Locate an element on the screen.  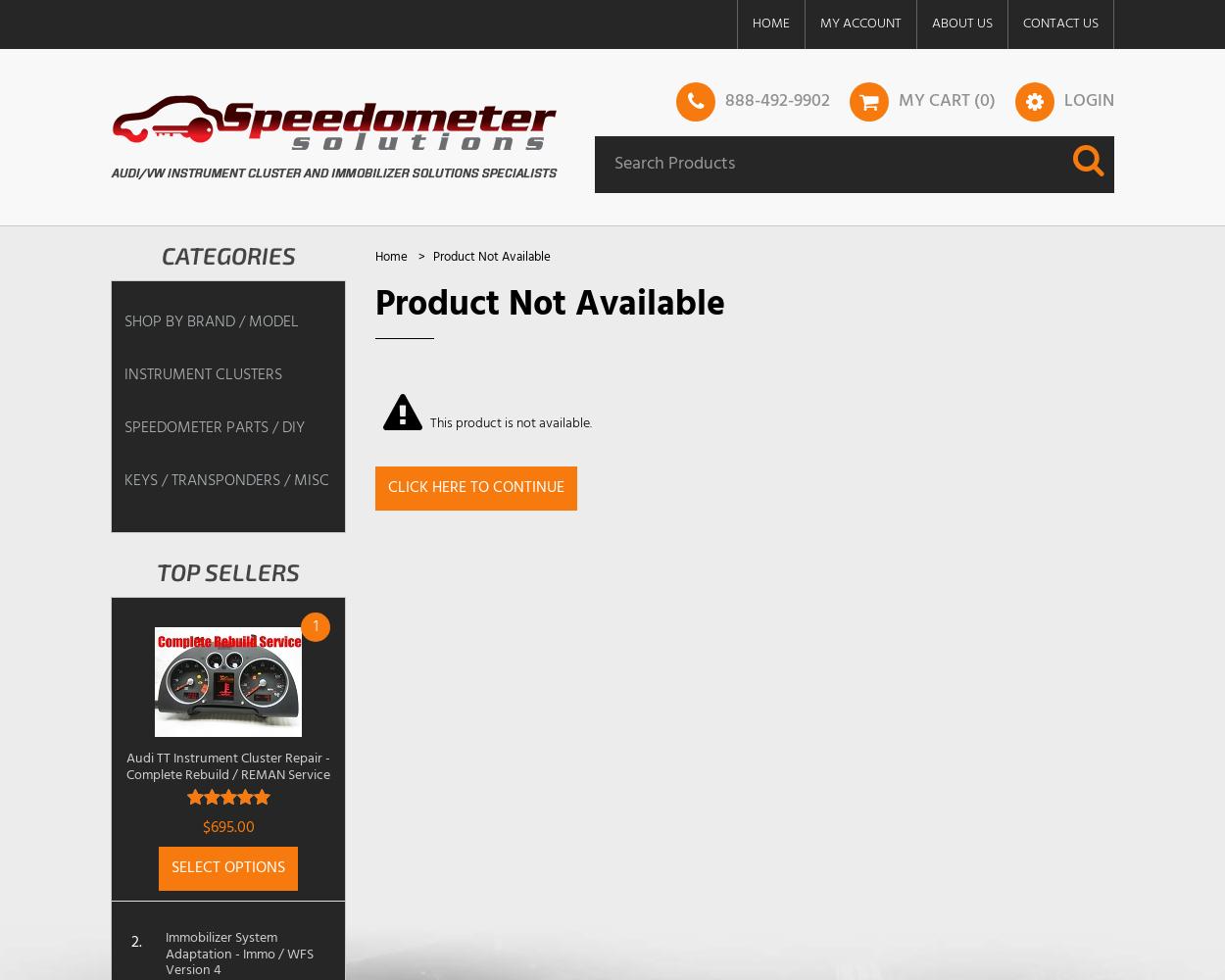
'This product is not available.' is located at coordinates (429, 422).